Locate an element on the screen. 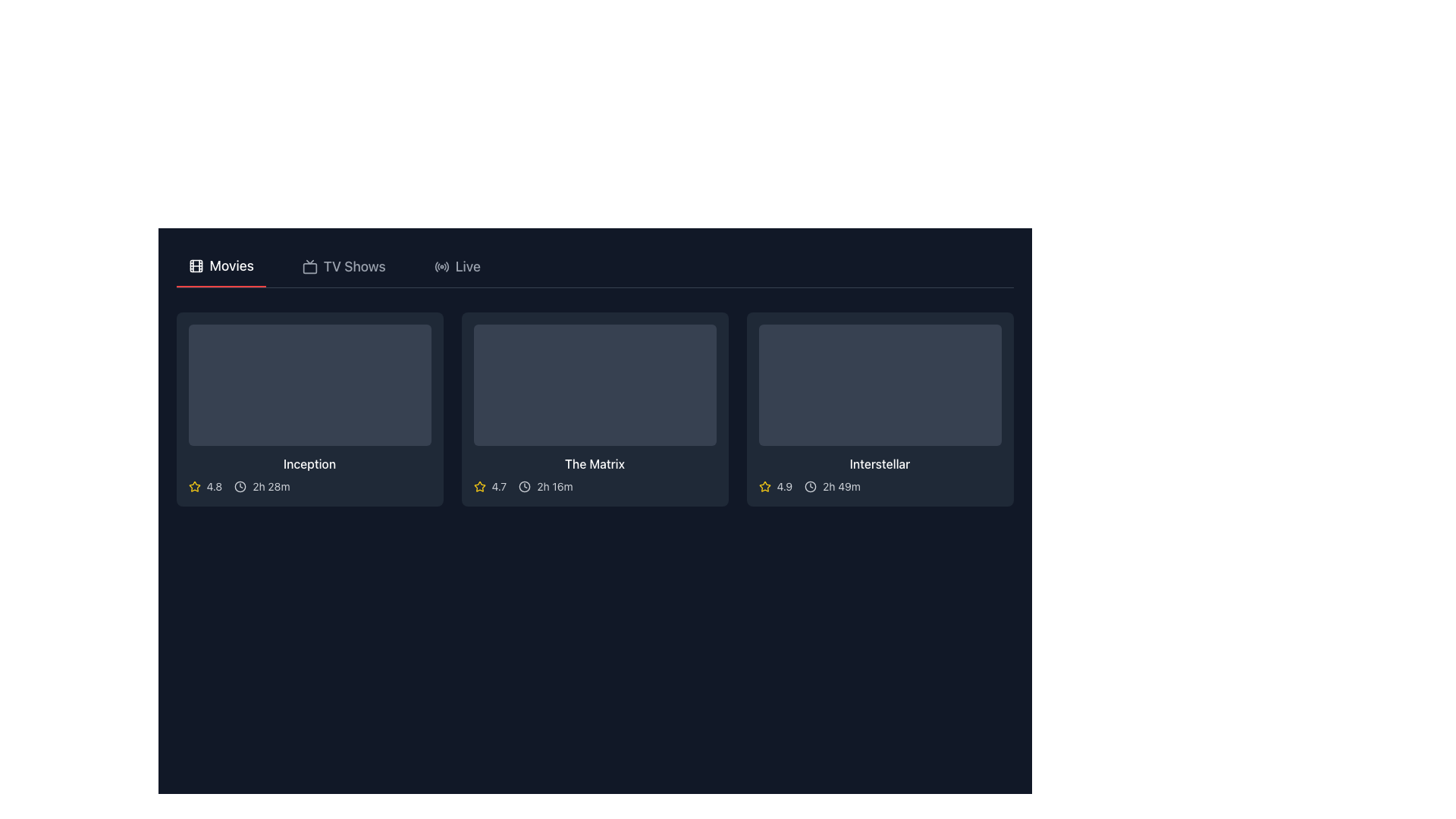 The width and height of the screenshot is (1456, 819). the text label displaying '2h 16m', which is located to the right of the clock icon in the bottom section of the card labeled 'The Matrix' is located at coordinates (554, 486).